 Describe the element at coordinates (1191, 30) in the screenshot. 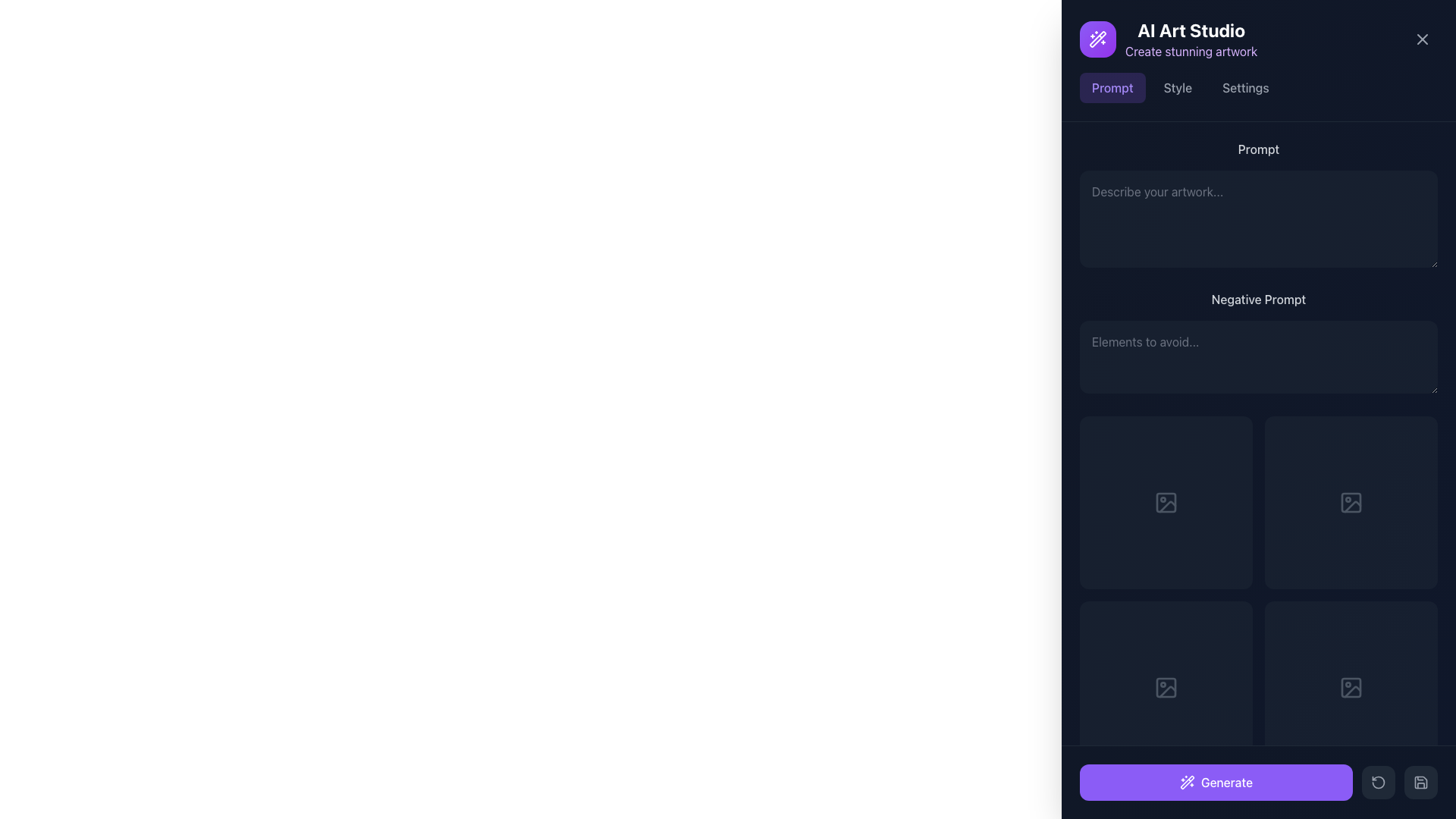

I see `the bold, large-sized text label reading 'AI Art Studio', styled in white font against a dark background, located at the top left of the interface` at that location.